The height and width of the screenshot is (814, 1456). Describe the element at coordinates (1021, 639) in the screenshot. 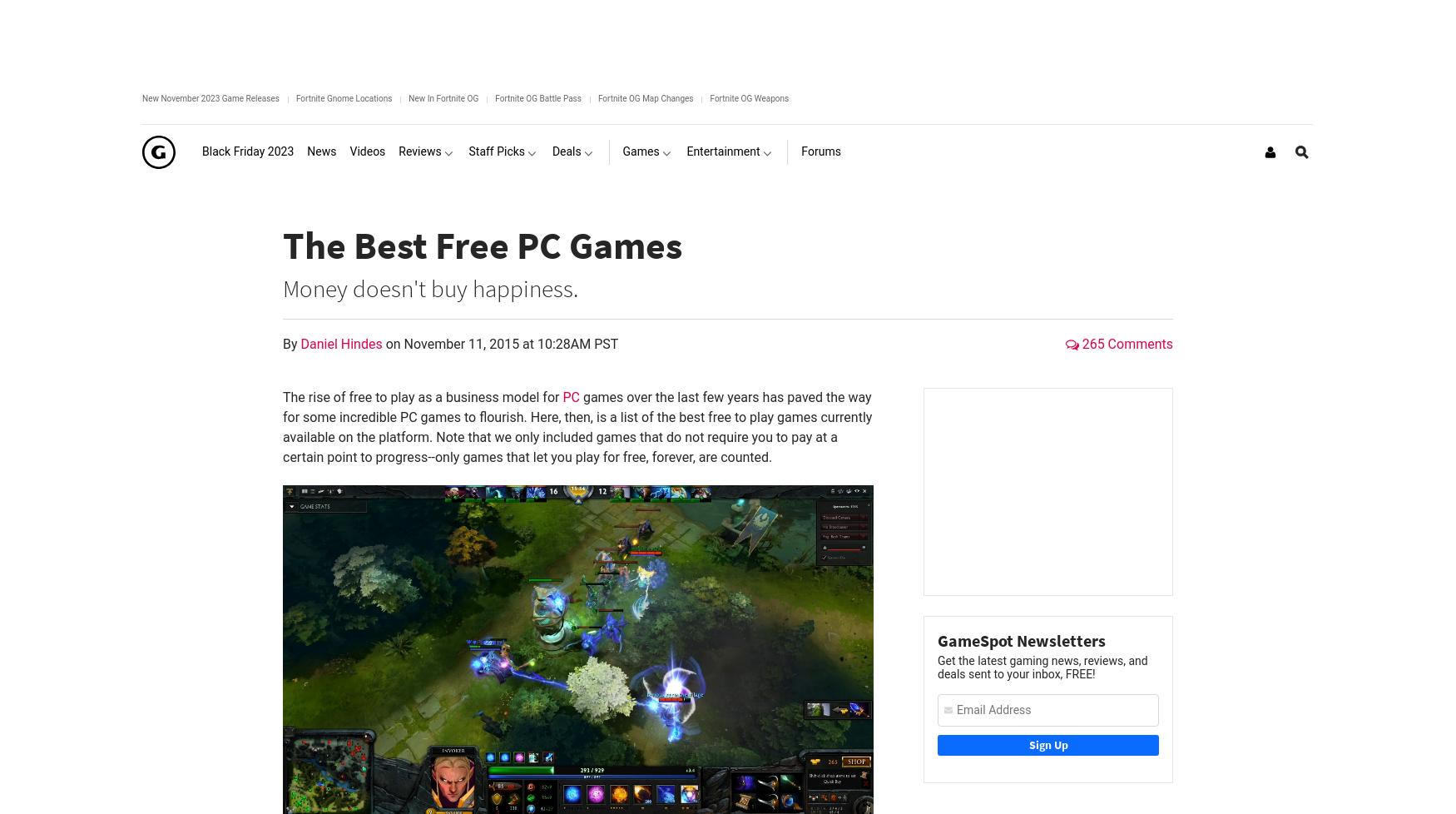

I see `'GameSpot Newsletters'` at that location.